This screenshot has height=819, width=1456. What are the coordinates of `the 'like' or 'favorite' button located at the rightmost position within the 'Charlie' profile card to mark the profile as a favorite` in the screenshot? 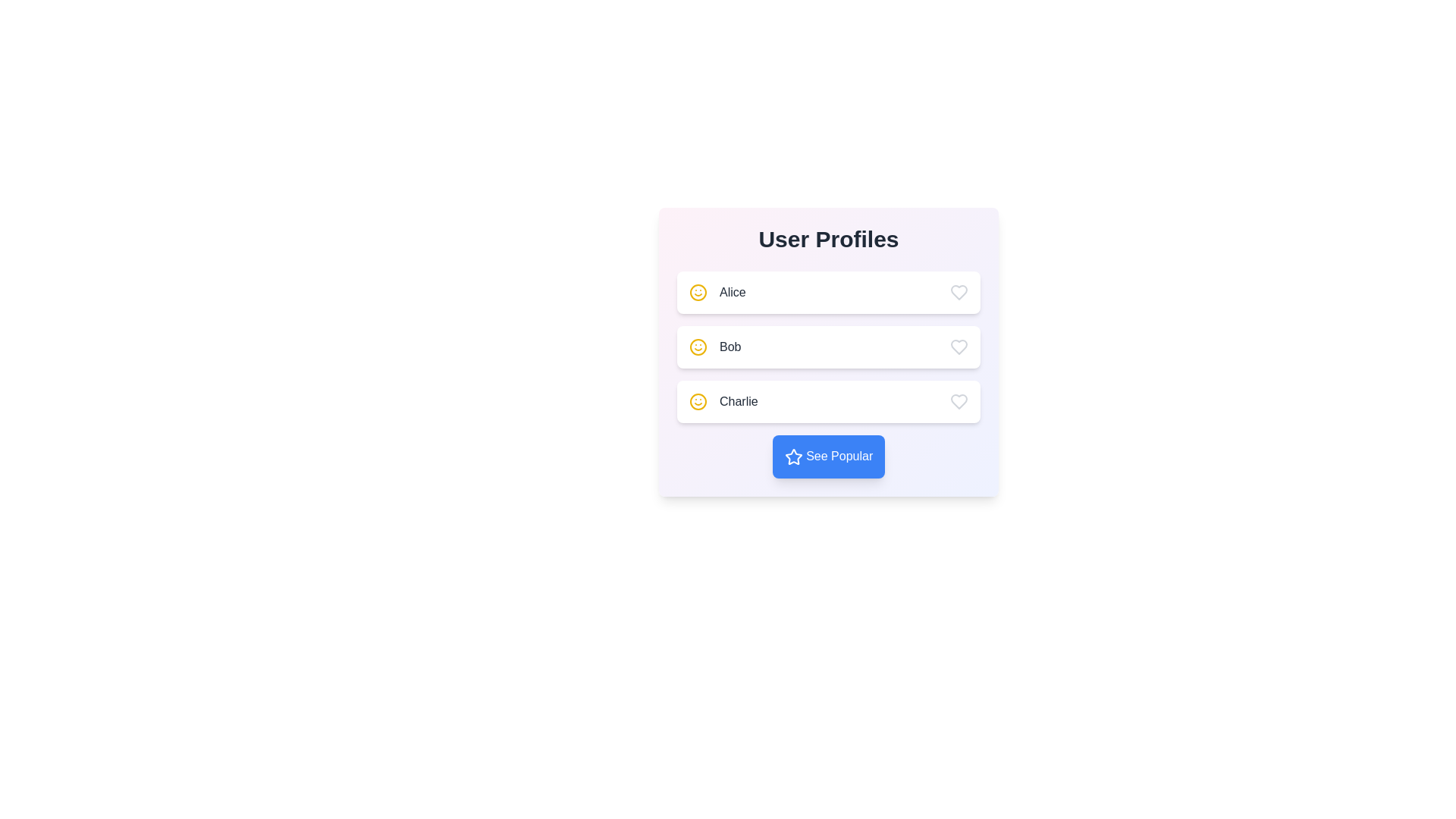 It's located at (959, 400).